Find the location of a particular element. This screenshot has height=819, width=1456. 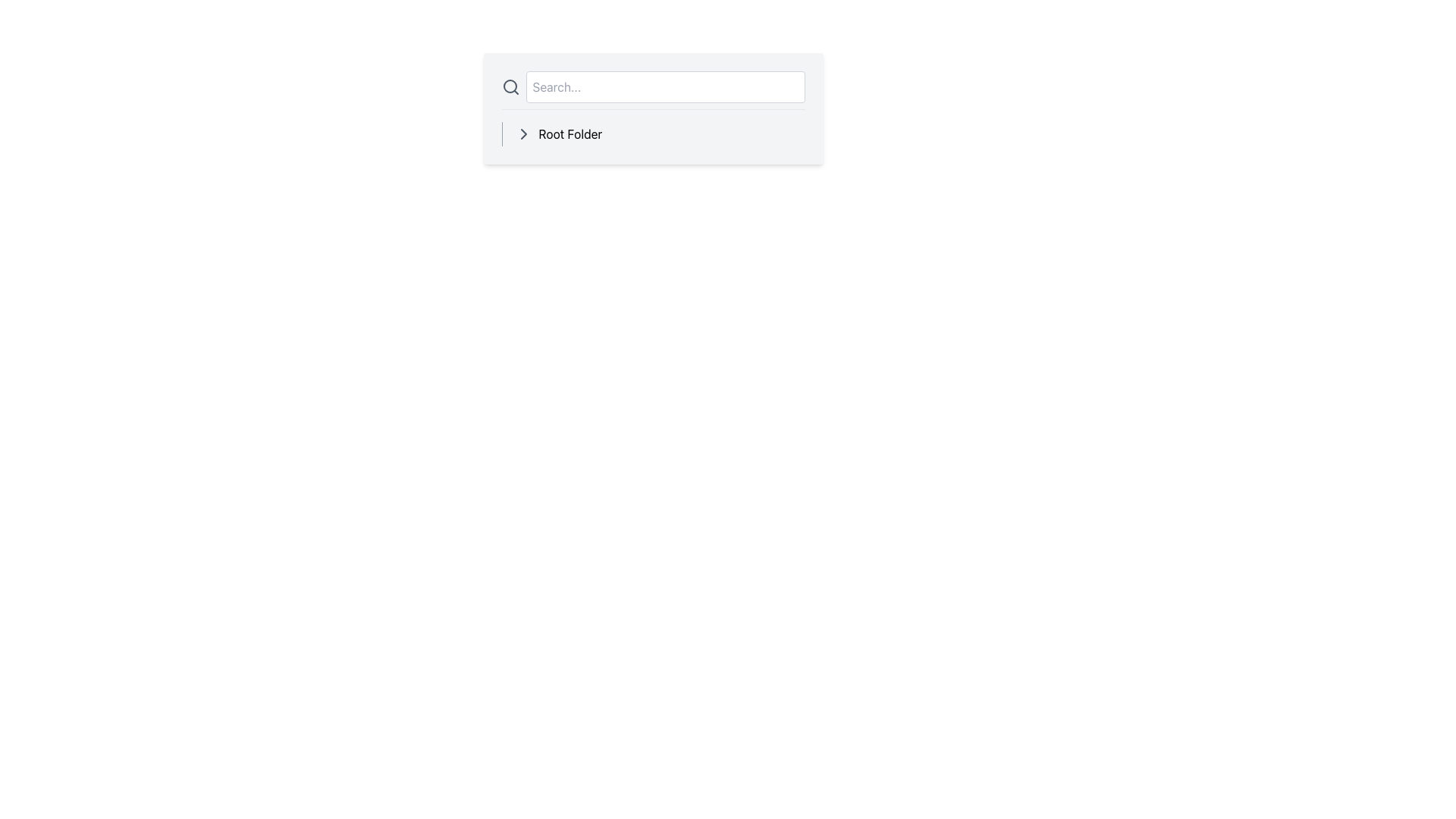

the chevron-shaped graphical indicator representing a rightward arrow, which is part of a navigation or menu component located to the right of the 'Root Folder' text label is located at coordinates (523, 133).